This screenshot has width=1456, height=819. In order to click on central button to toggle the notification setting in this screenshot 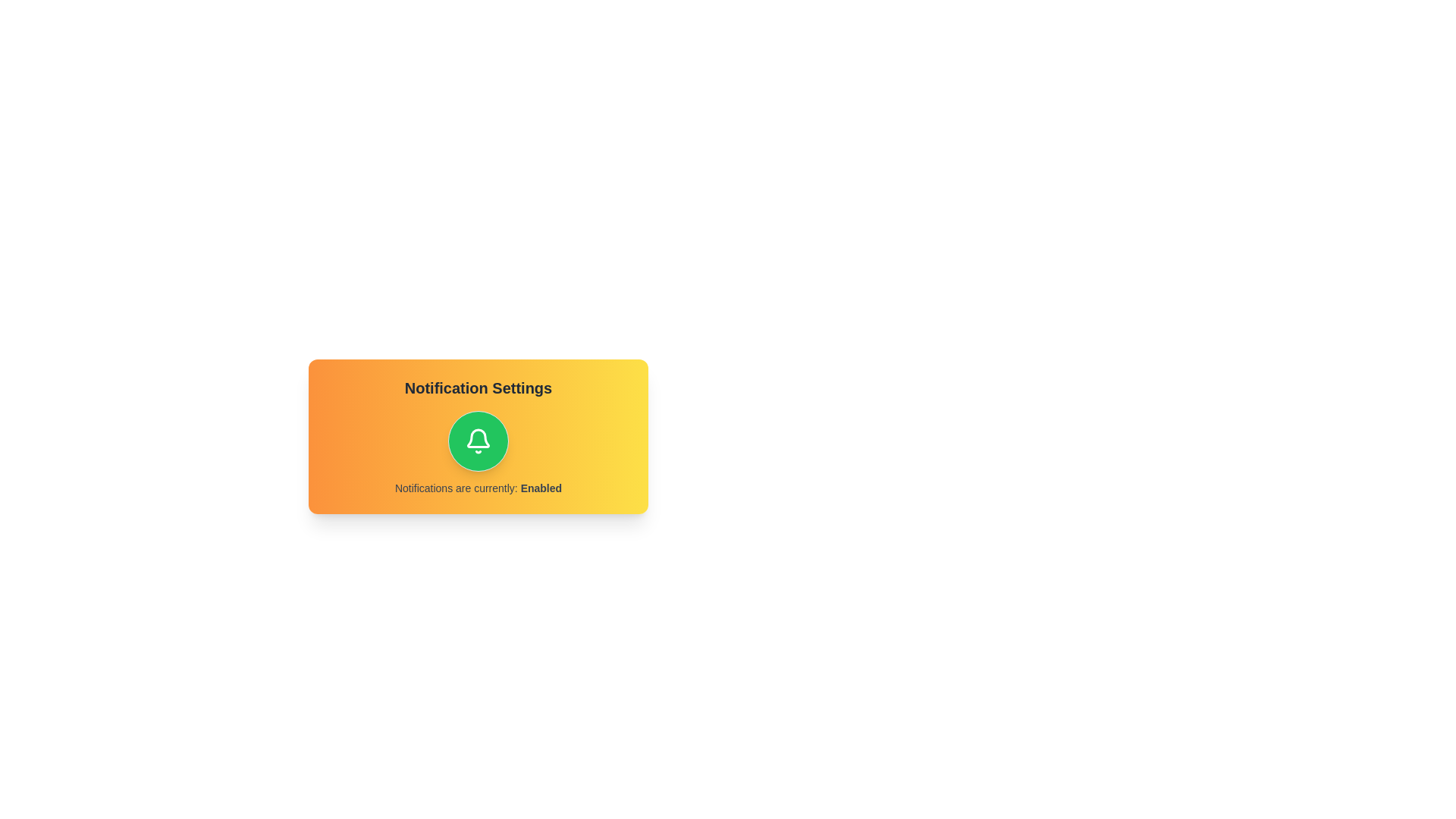, I will do `click(477, 441)`.